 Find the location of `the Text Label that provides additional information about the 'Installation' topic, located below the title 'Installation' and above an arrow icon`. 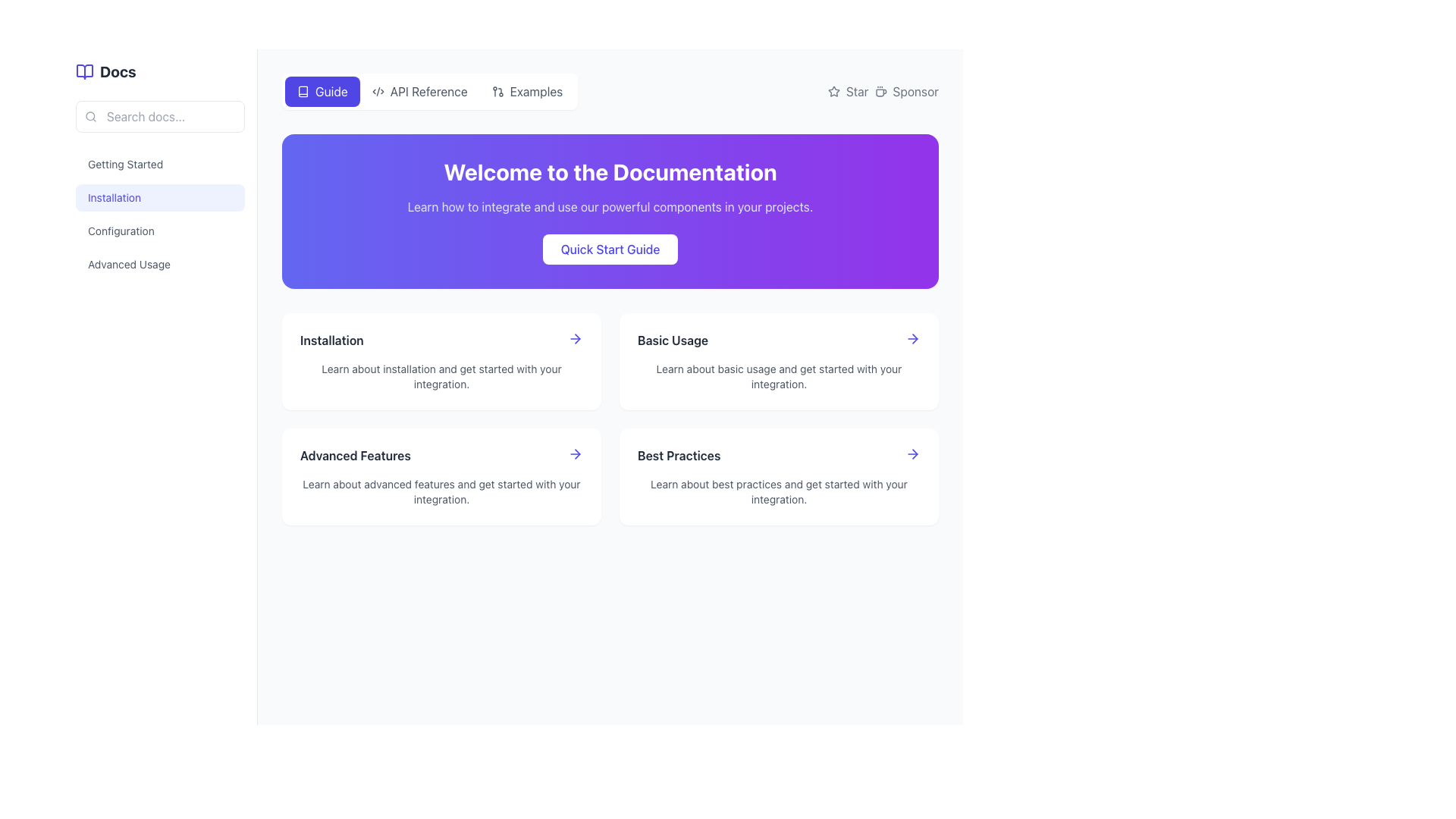

the Text Label that provides additional information about the 'Installation' topic, located below the title 'Installation' and above an arrow icon is located at coordinates (441, 376).